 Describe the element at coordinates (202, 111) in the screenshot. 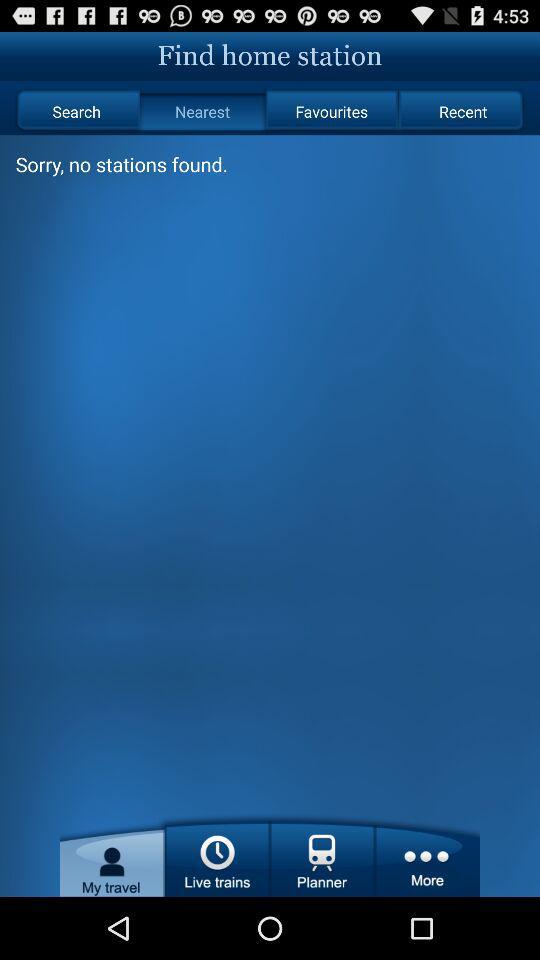

I see `the icon below the find home station item` at that location.